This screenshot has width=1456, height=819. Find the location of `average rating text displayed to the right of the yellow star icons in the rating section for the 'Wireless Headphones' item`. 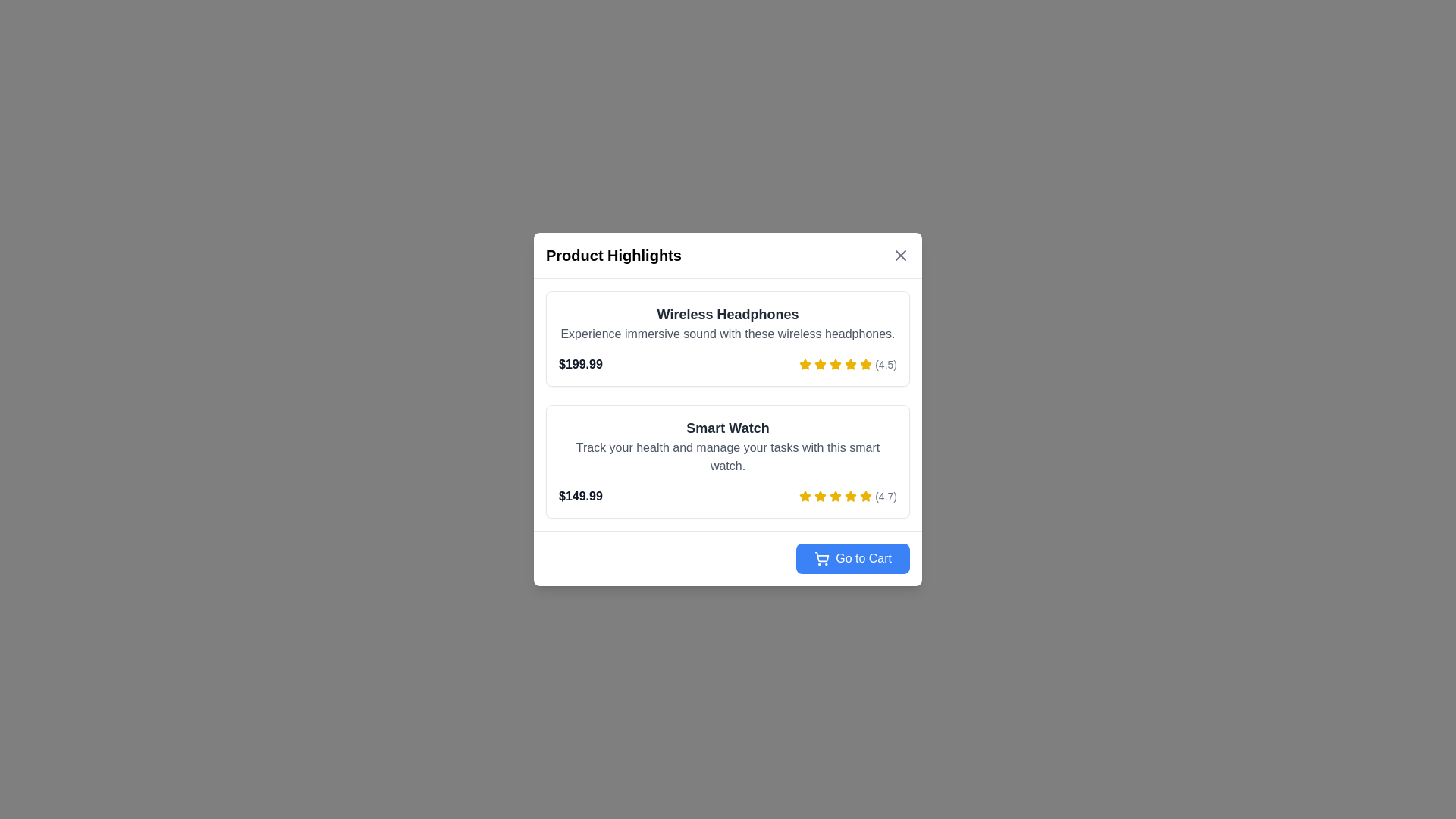

average rating text displayed to the right of the yellow star icons in the rating section for the 'Wireless Headphones' item is located at coordinates (886, 365).